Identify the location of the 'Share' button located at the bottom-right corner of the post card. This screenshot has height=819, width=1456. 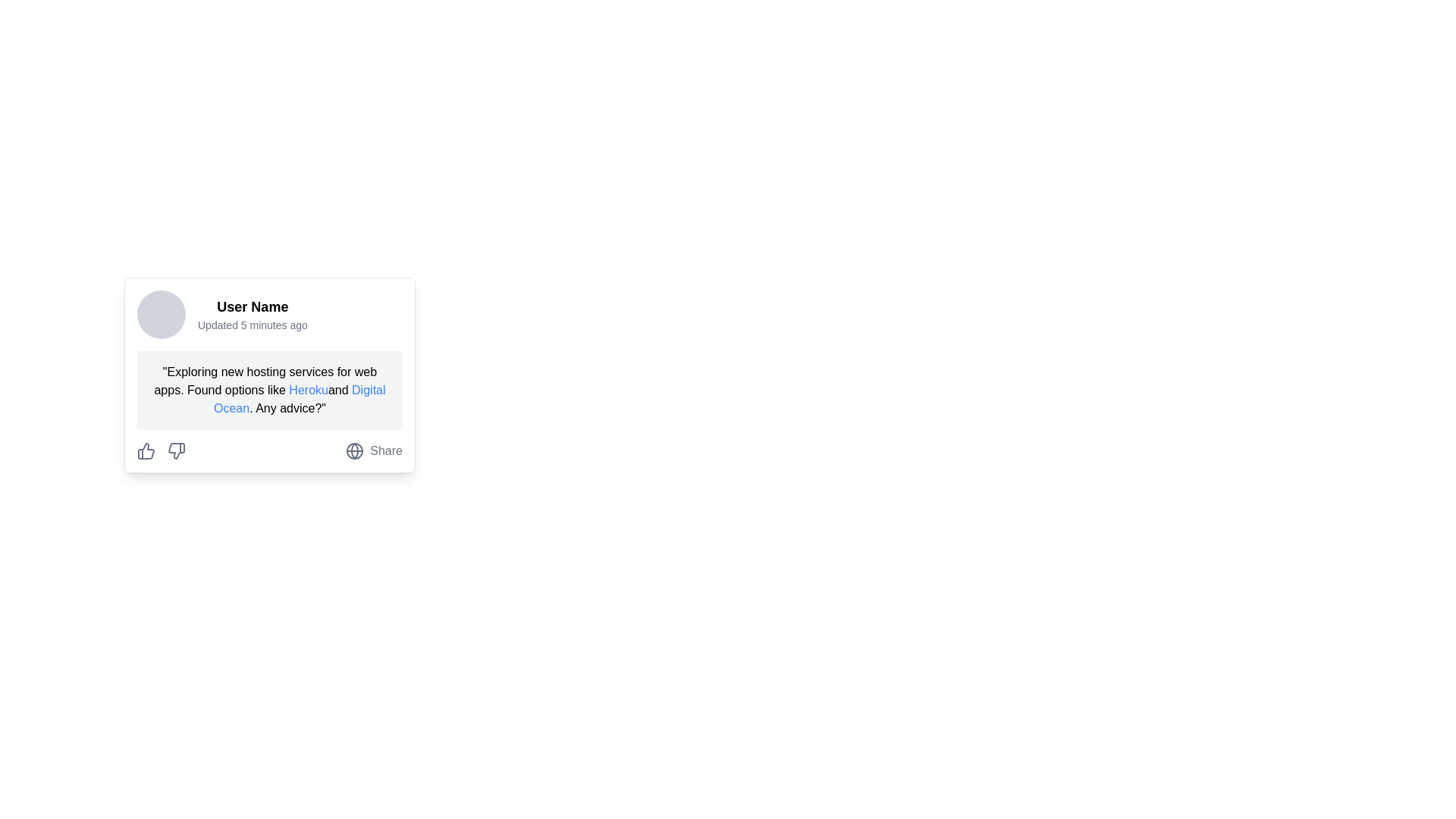
(386, 450).